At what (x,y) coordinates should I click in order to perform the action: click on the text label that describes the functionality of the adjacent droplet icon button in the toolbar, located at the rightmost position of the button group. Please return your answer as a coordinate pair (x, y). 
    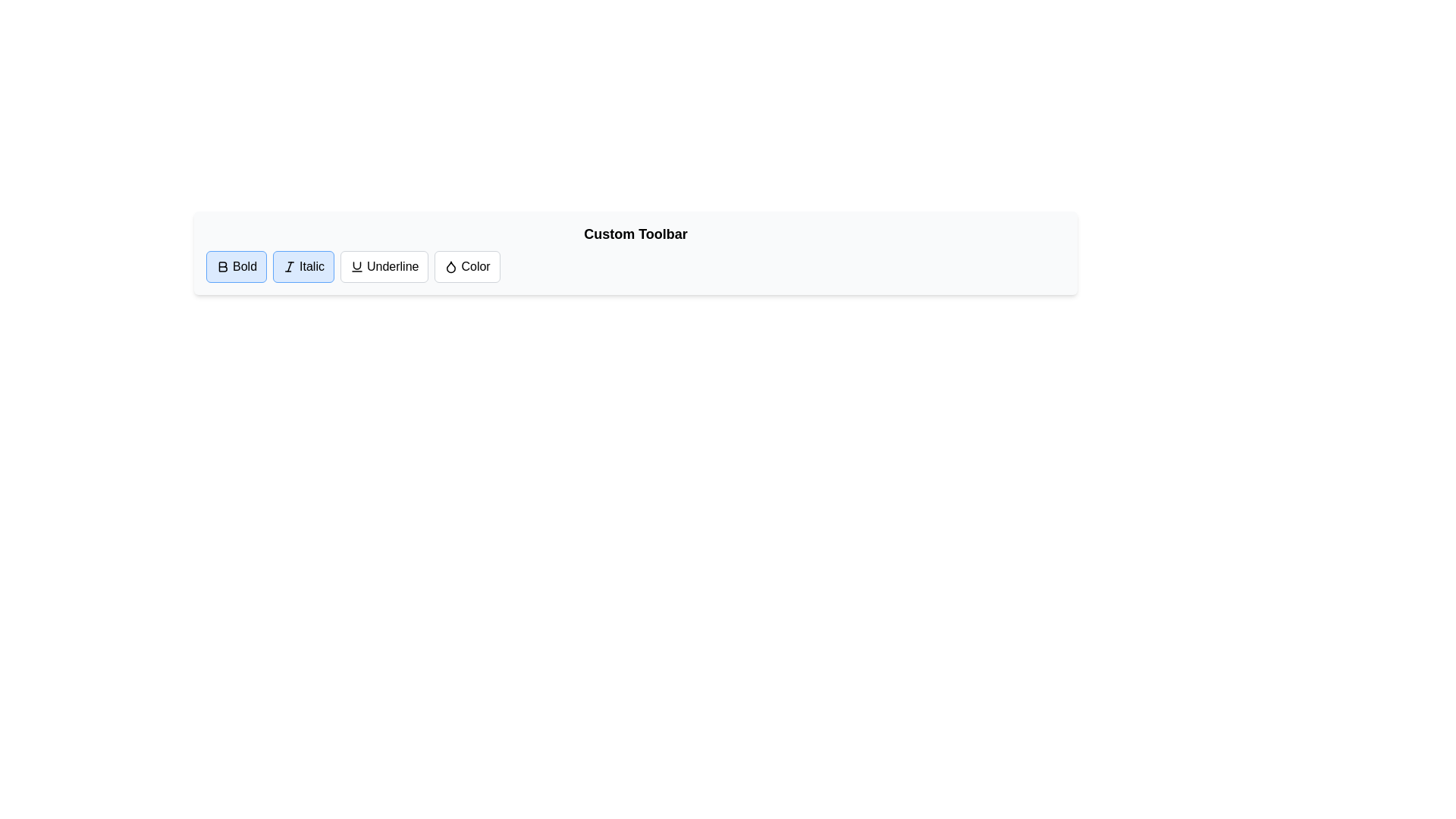
    Looking at the image, I should click on (475, 265).